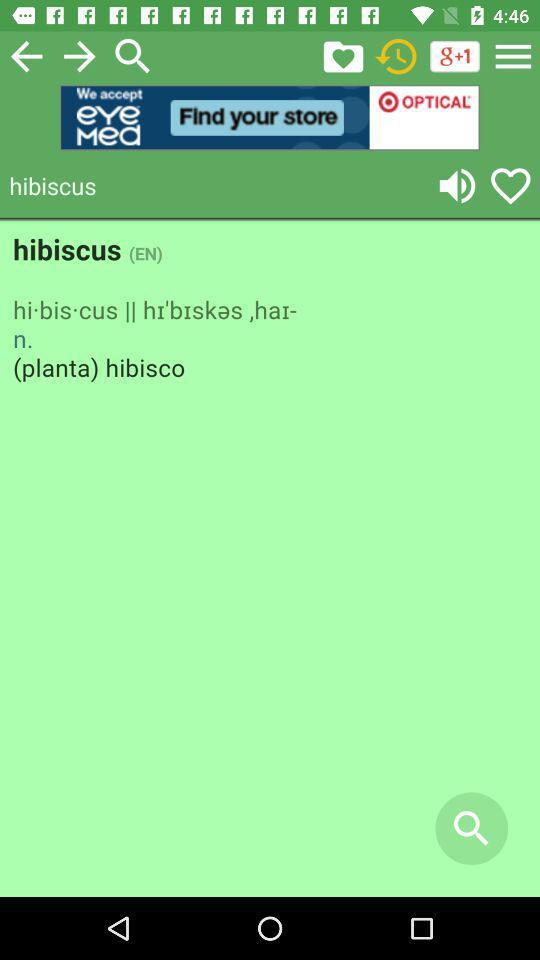 This screenshot has height=960, width=540. What do you see at coordinates (510, 185) in the screenshot?
I see `translated words` at bounding box center [510, 185].